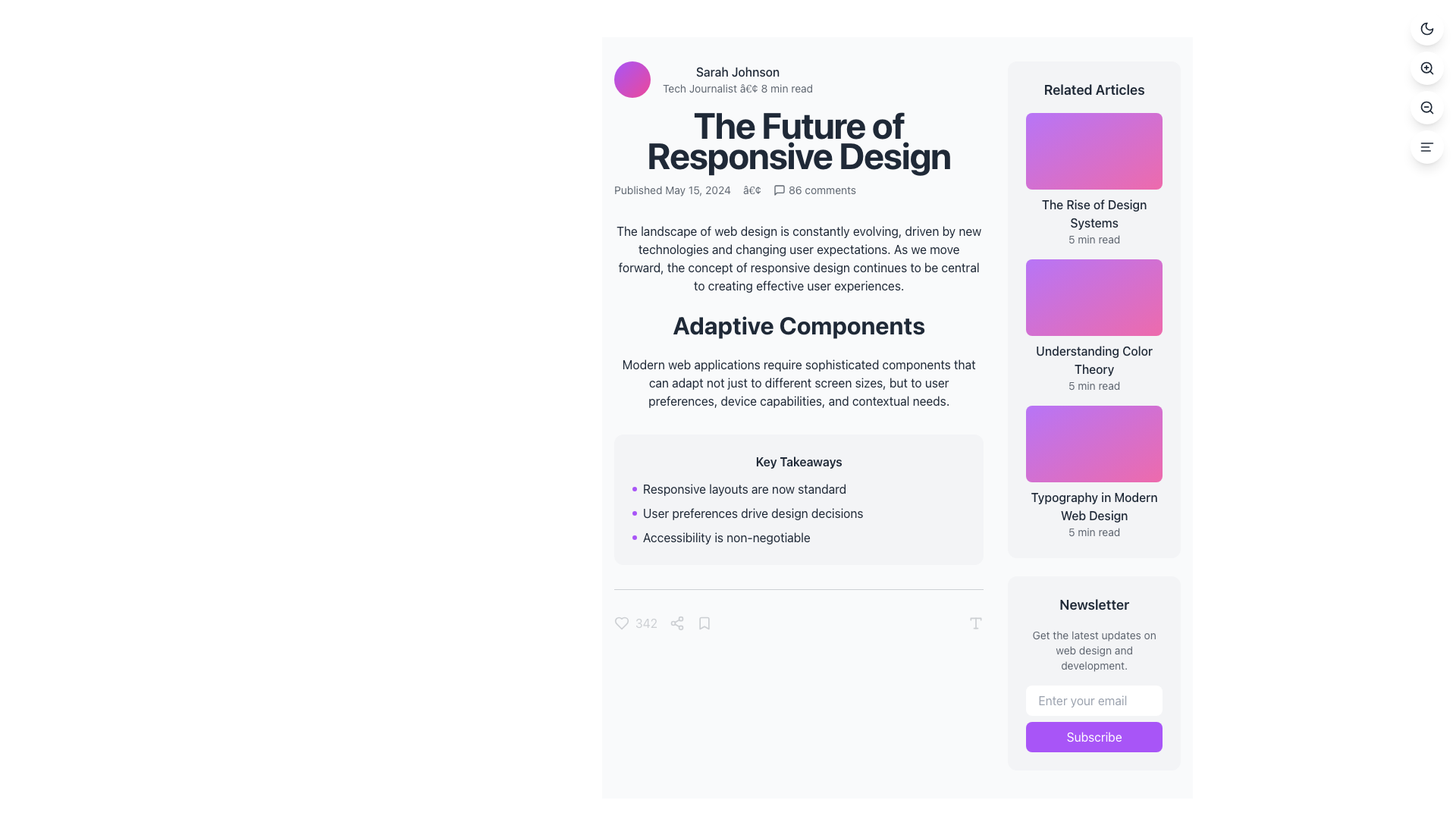  I want to click on the comments icon, which is part of a horizontal group located just below the main title of the page and indicates '86 comments', so click(779, 189).